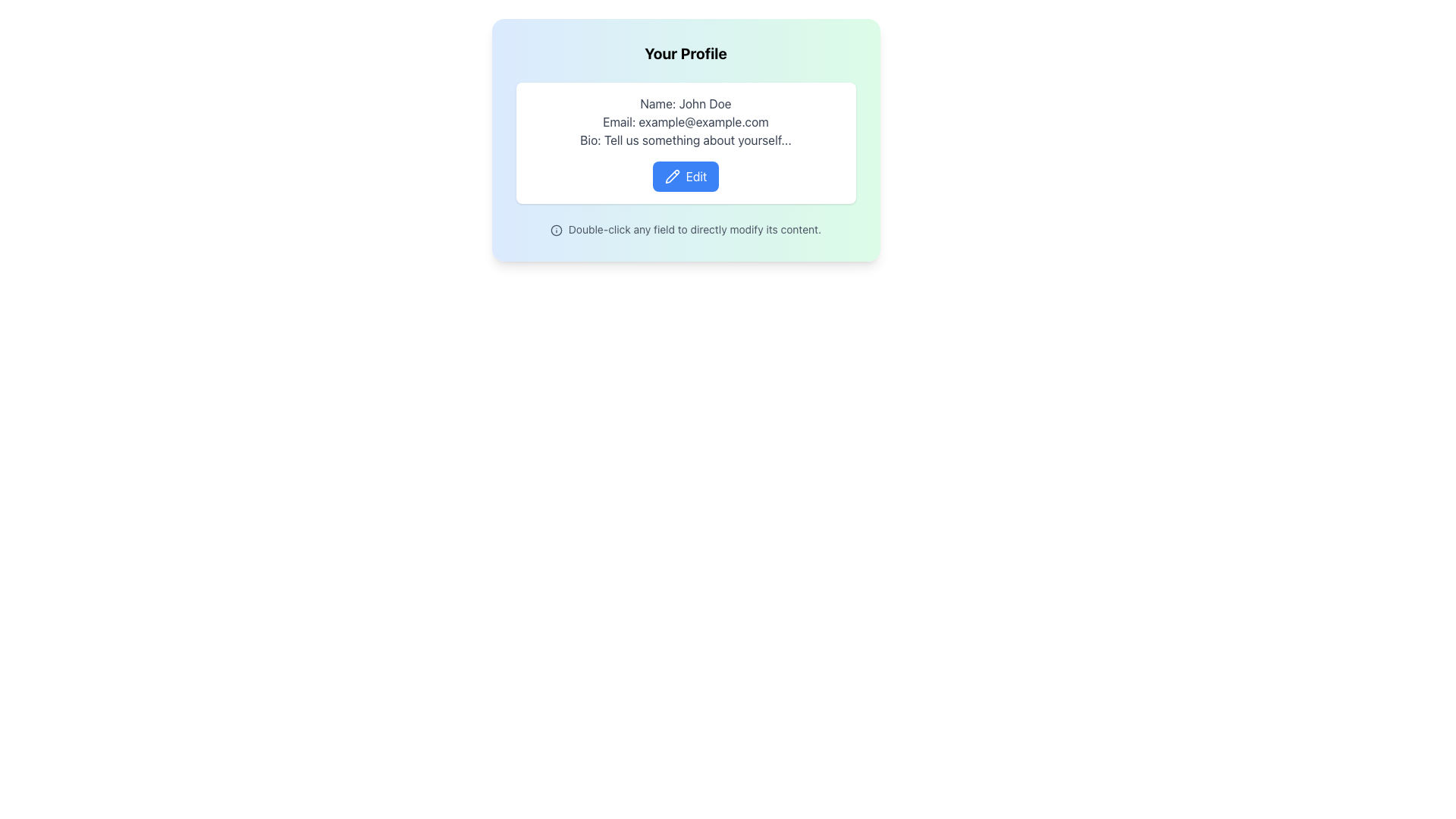  What do you see at coordinates (671, 175) in the screenshot?
I see `the editing icon located inside the 'Edit' button to initiate the editing mode for profile information` at bounding box center [671, 175].